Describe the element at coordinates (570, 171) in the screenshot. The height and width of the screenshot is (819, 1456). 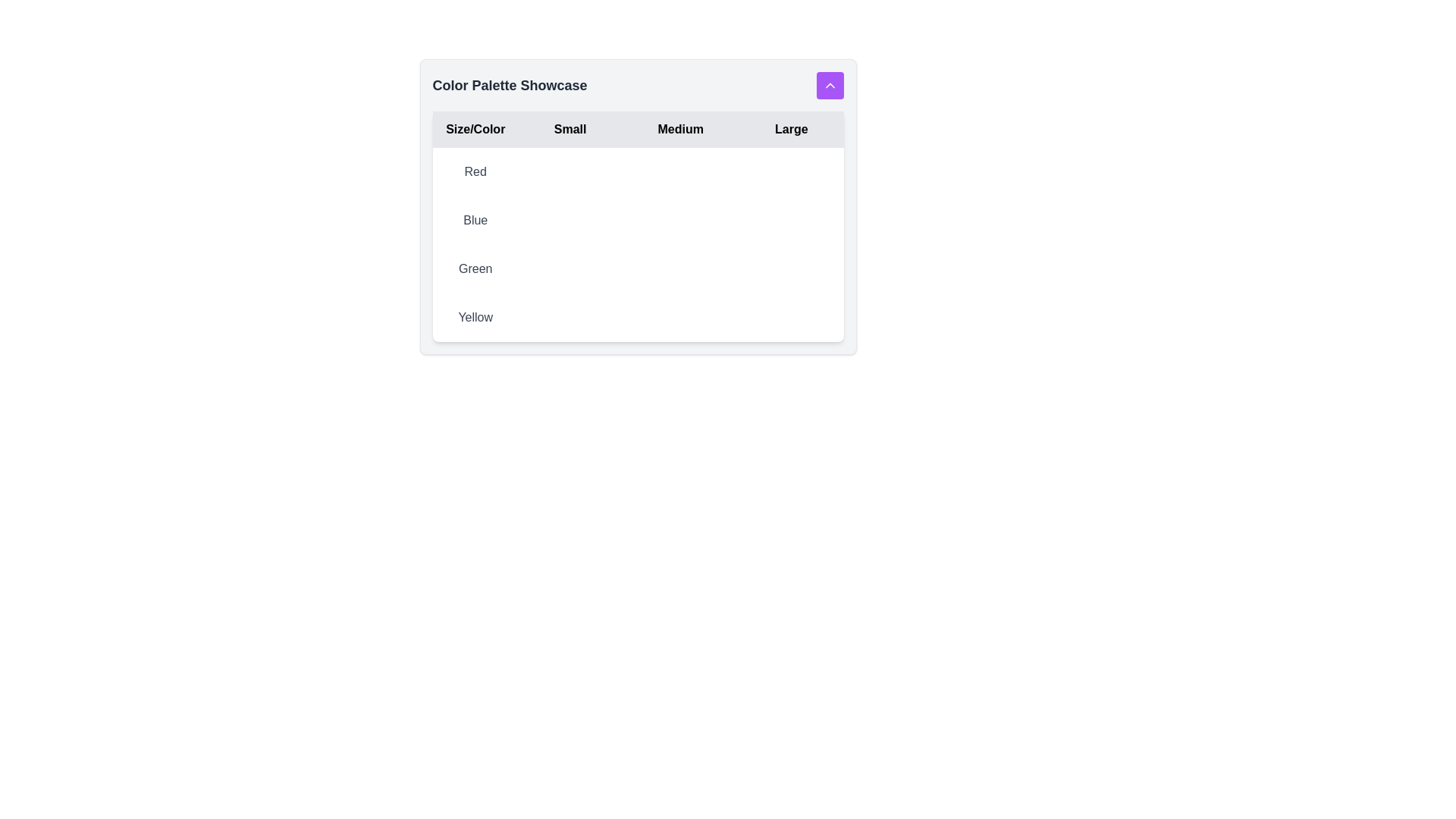
I see `the non-interactive visual label indicating 'Small' size in the 'Red' row of the grid layout` at that location.